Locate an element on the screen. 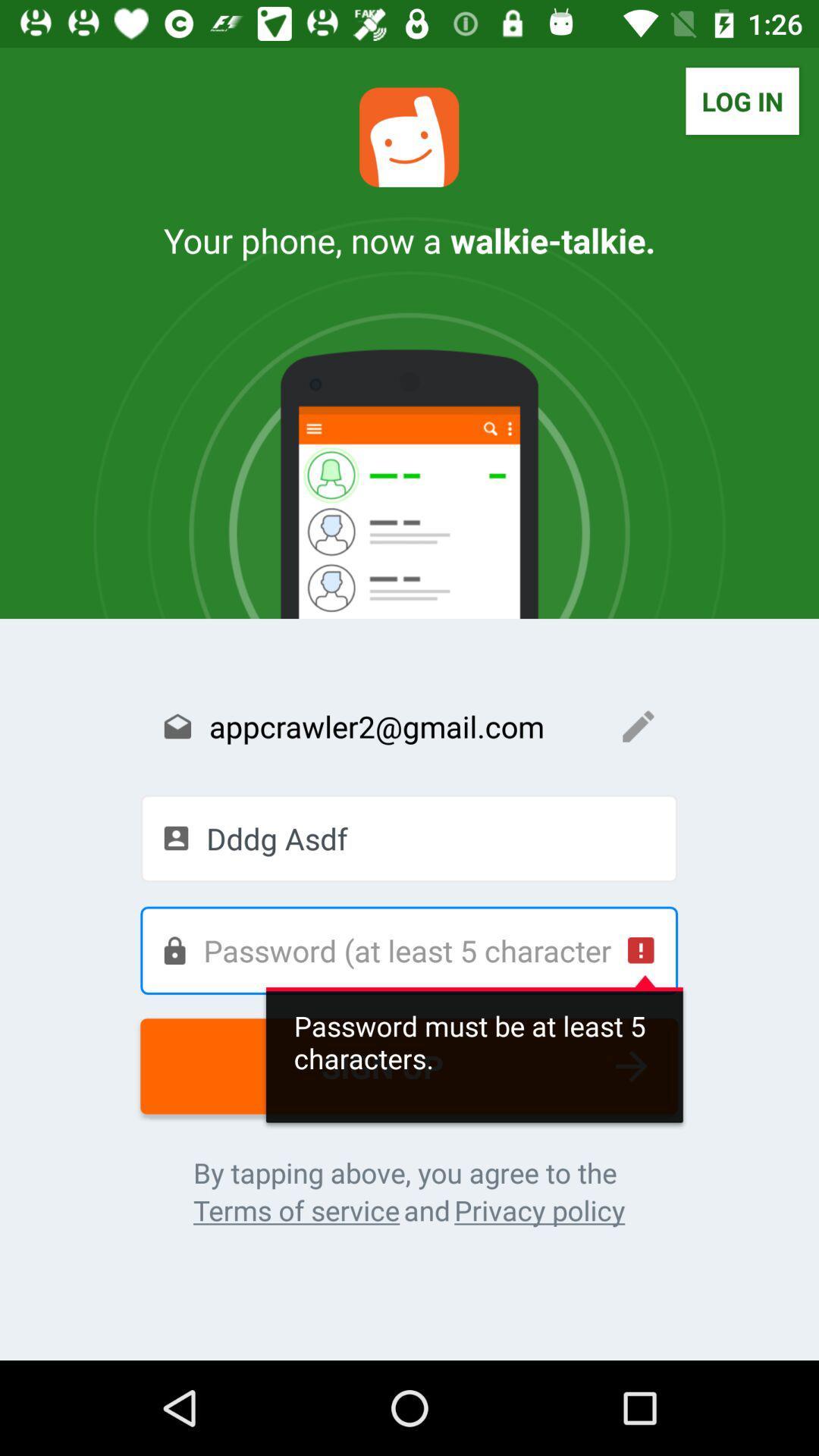 This screenshot has width=819, height=1456. the field which is below text appcrawler2gmailcom is located at coordinates (408, 837).